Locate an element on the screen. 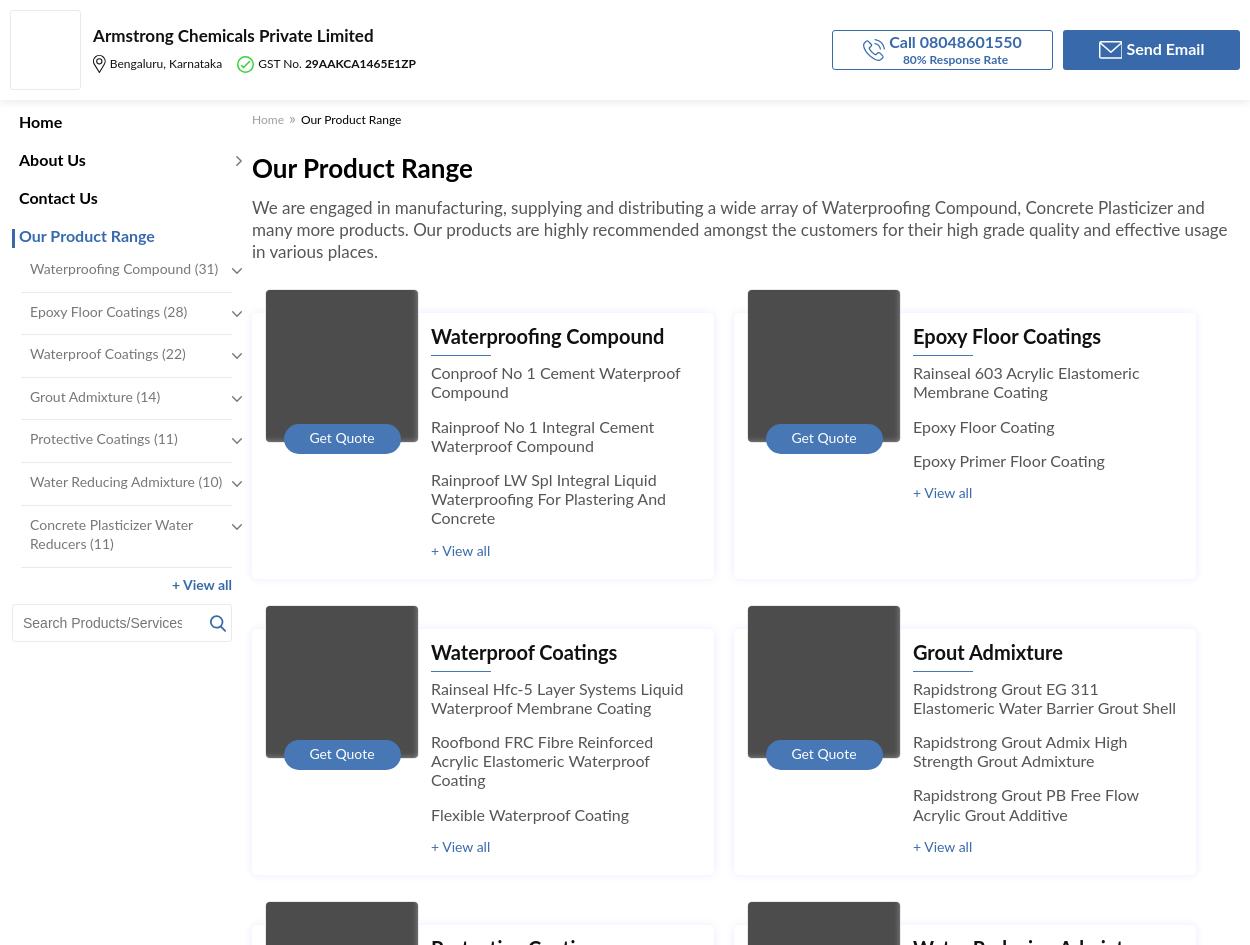 The height and width of the screenshot is (945, 1250). 'Protective Coatings (11)' is located at coordinates (102, 439).